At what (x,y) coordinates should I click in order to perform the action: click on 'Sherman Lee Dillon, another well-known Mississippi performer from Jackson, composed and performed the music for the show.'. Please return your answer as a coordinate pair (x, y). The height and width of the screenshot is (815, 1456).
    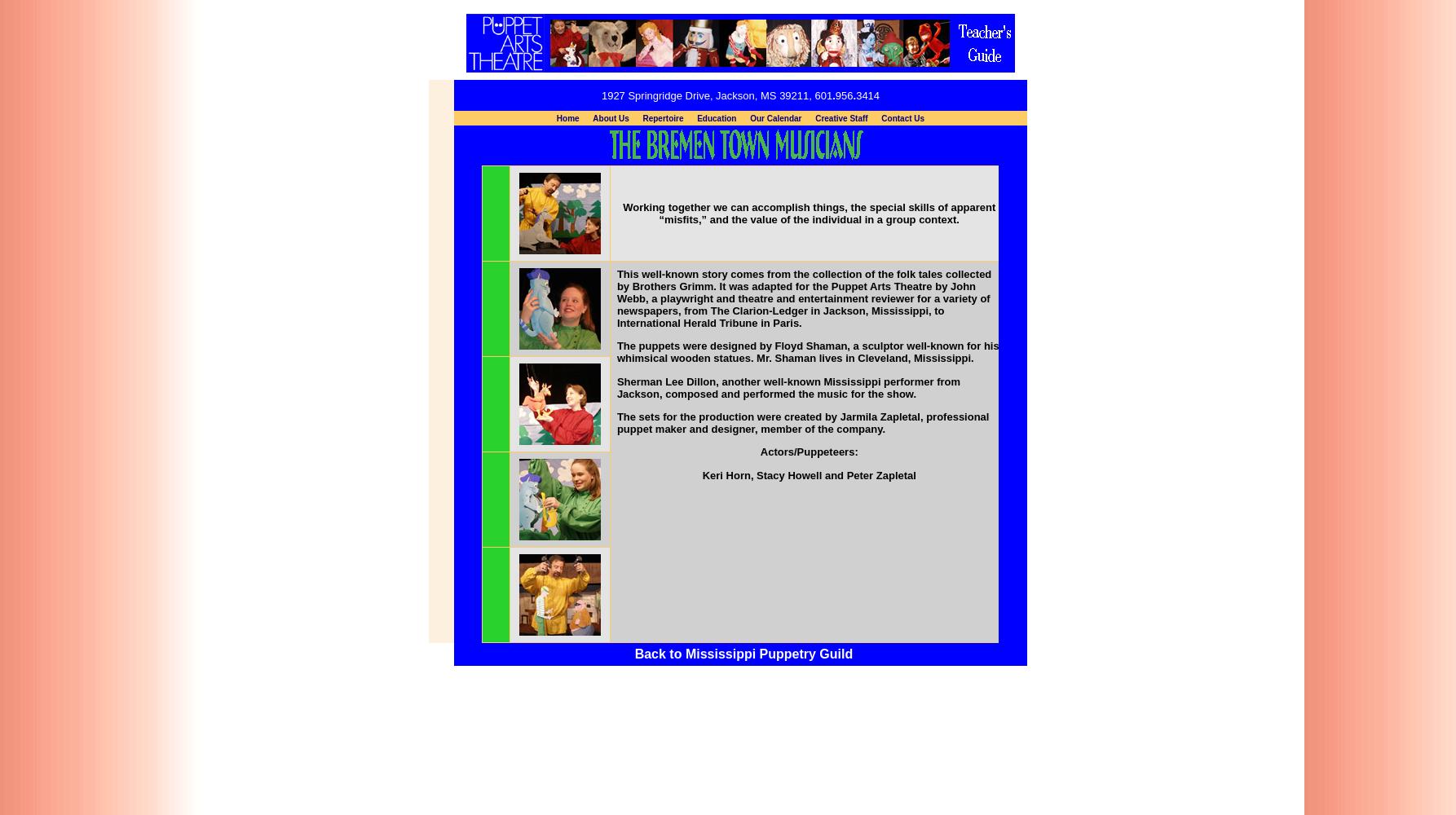
    Looking at the image, I should click on (615, 386).